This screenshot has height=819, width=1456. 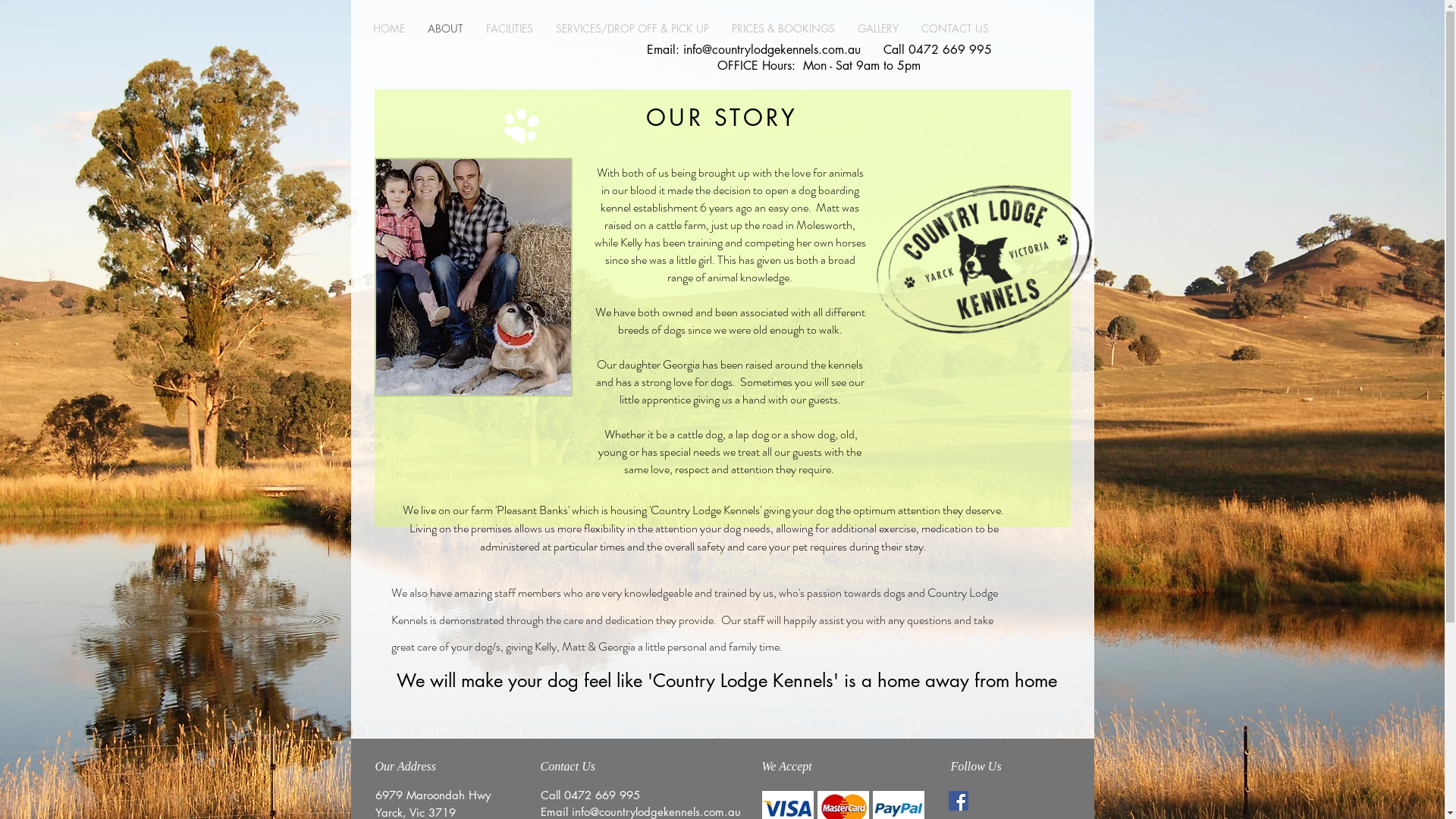 I want to click on 'CONTACT US', so click(x=954, y=29).